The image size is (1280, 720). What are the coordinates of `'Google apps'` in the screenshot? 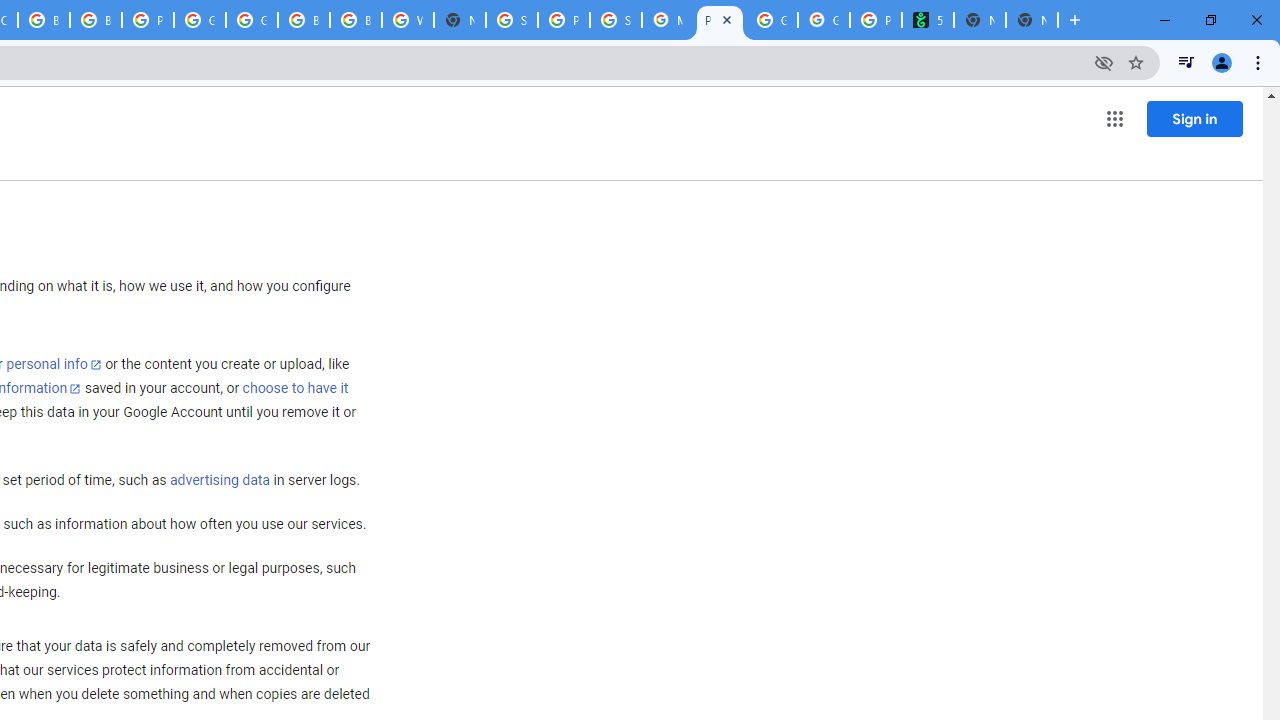 It's located at (1113, 119).